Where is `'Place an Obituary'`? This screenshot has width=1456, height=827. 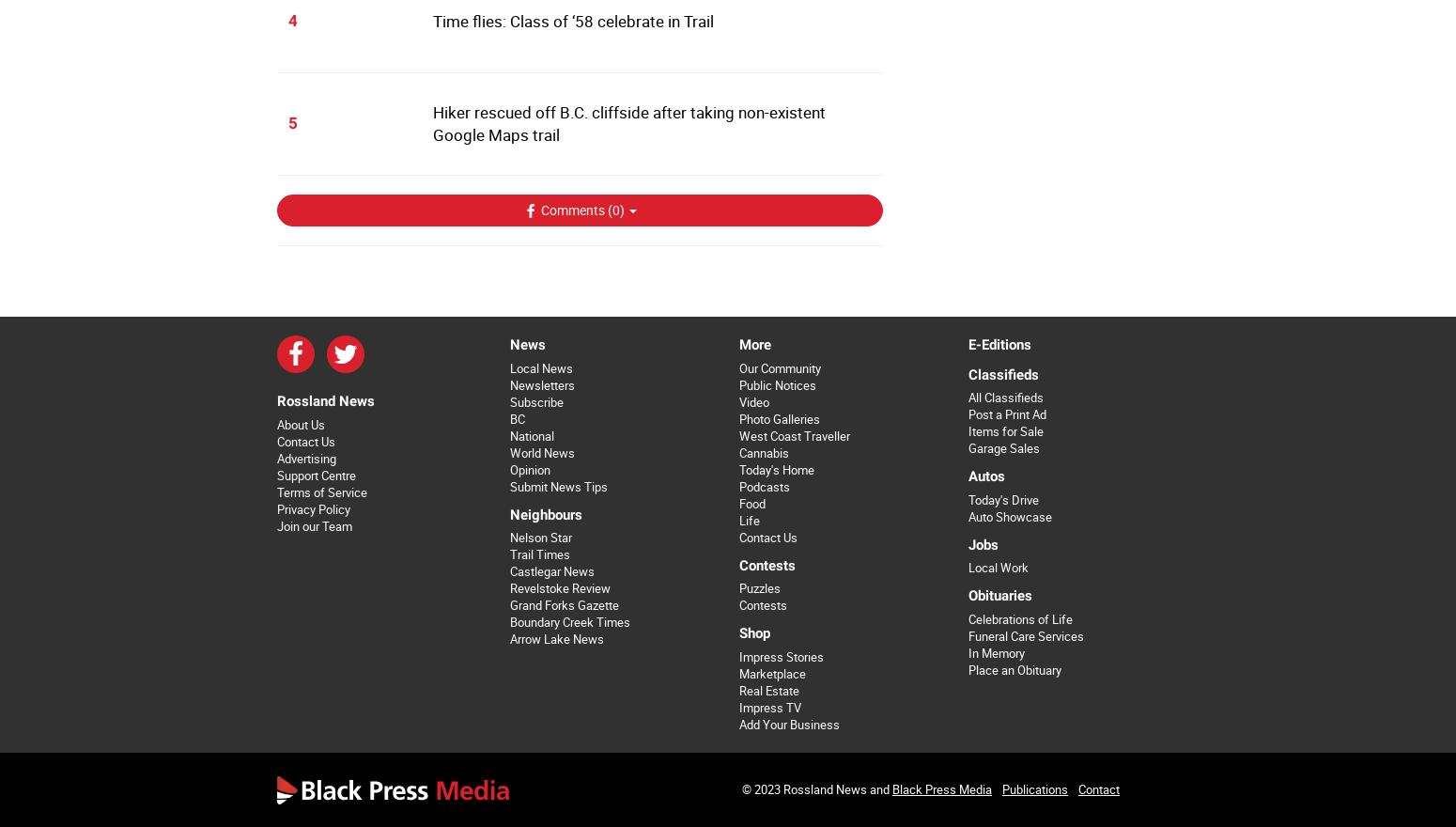 'Place an Obituary' is located at coordinates (1014, 669).